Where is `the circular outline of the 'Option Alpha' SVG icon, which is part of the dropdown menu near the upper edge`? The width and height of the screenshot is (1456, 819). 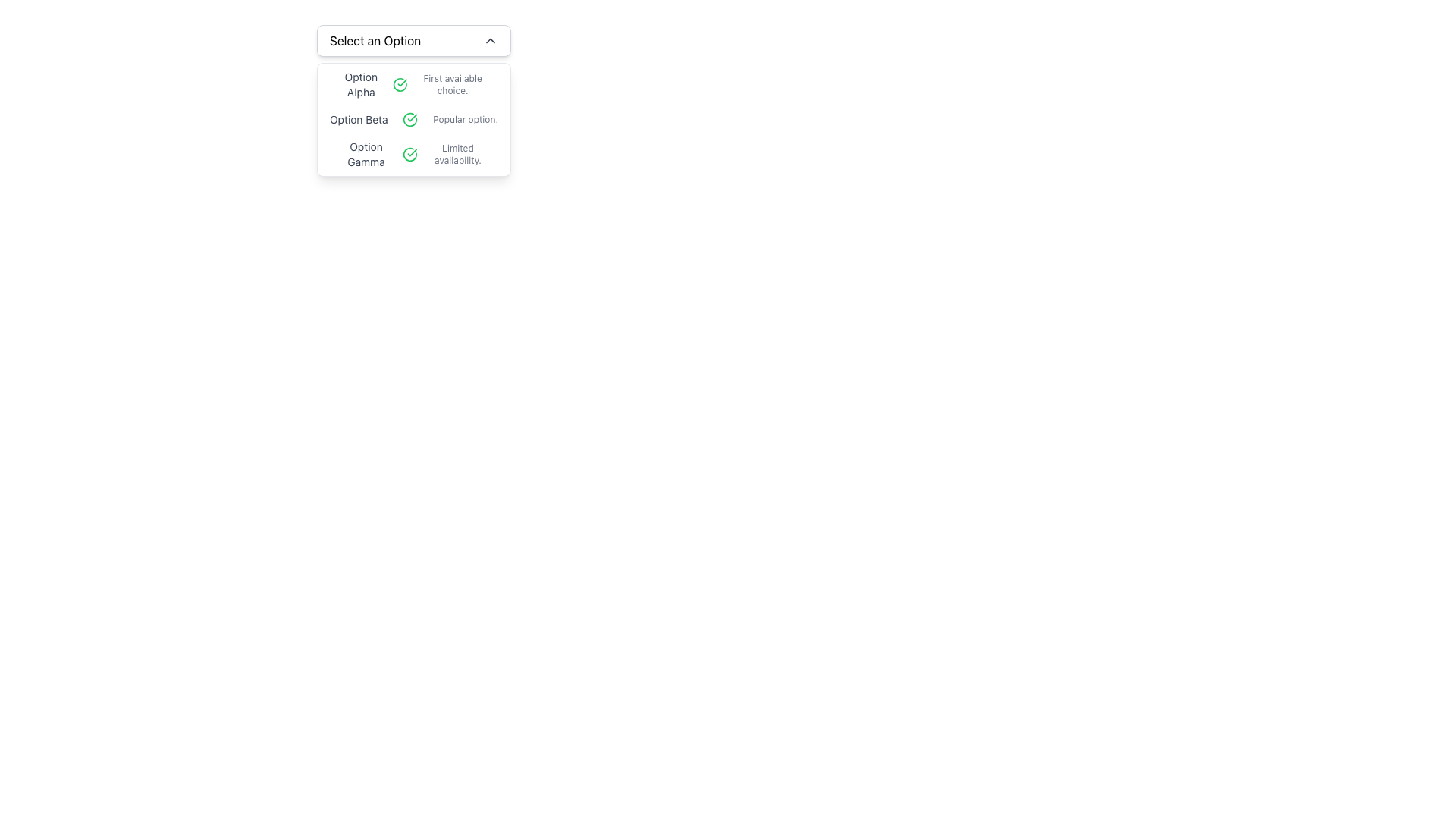
the circular outline of the 'Option Alpha' SVG icon, which is part of the dropdown menu near the upper edge is located at coordinates (400, 84).